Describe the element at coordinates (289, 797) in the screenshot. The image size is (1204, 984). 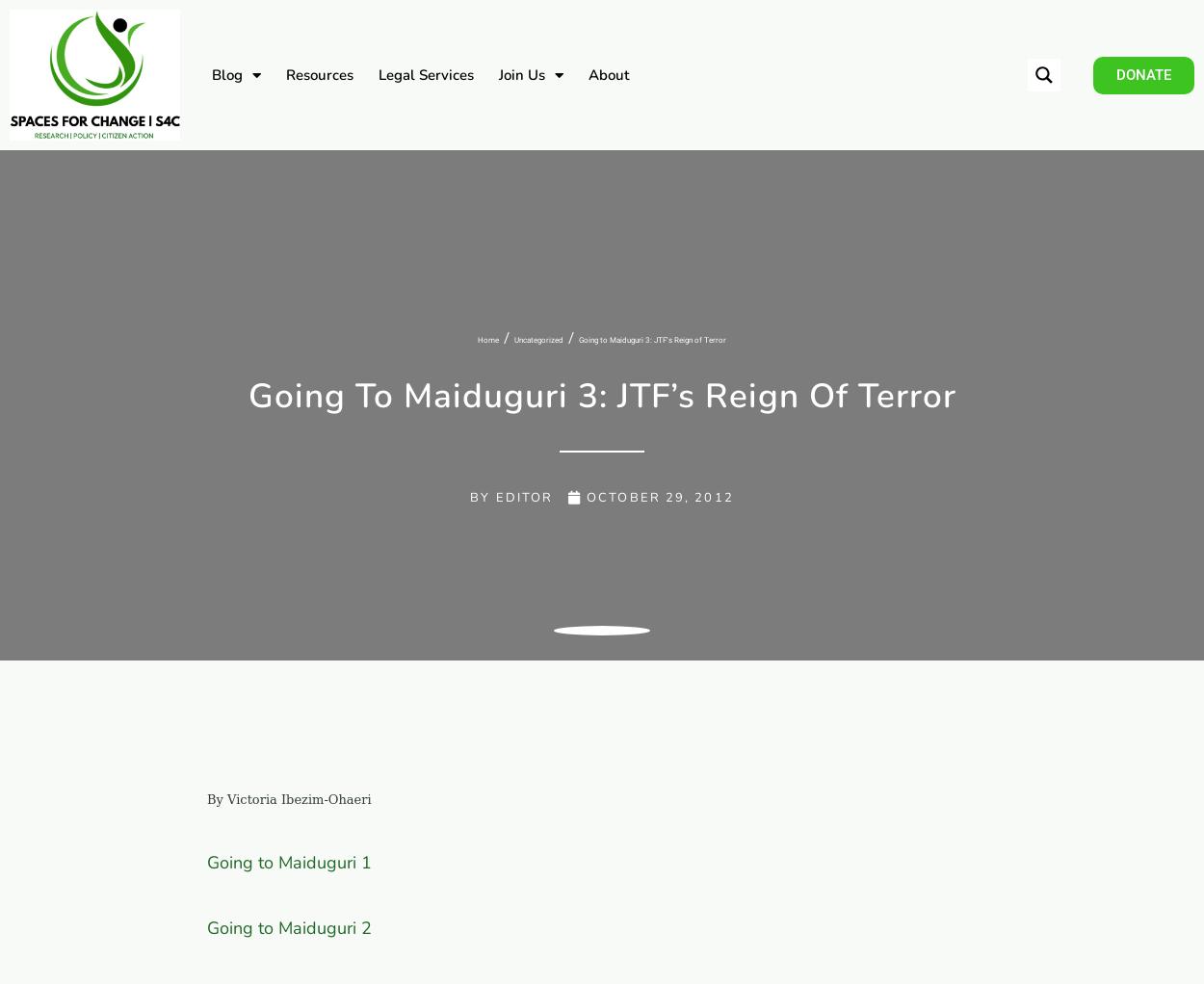
I see `'By Victoria Ibezim-Ohaeri'` at that location.